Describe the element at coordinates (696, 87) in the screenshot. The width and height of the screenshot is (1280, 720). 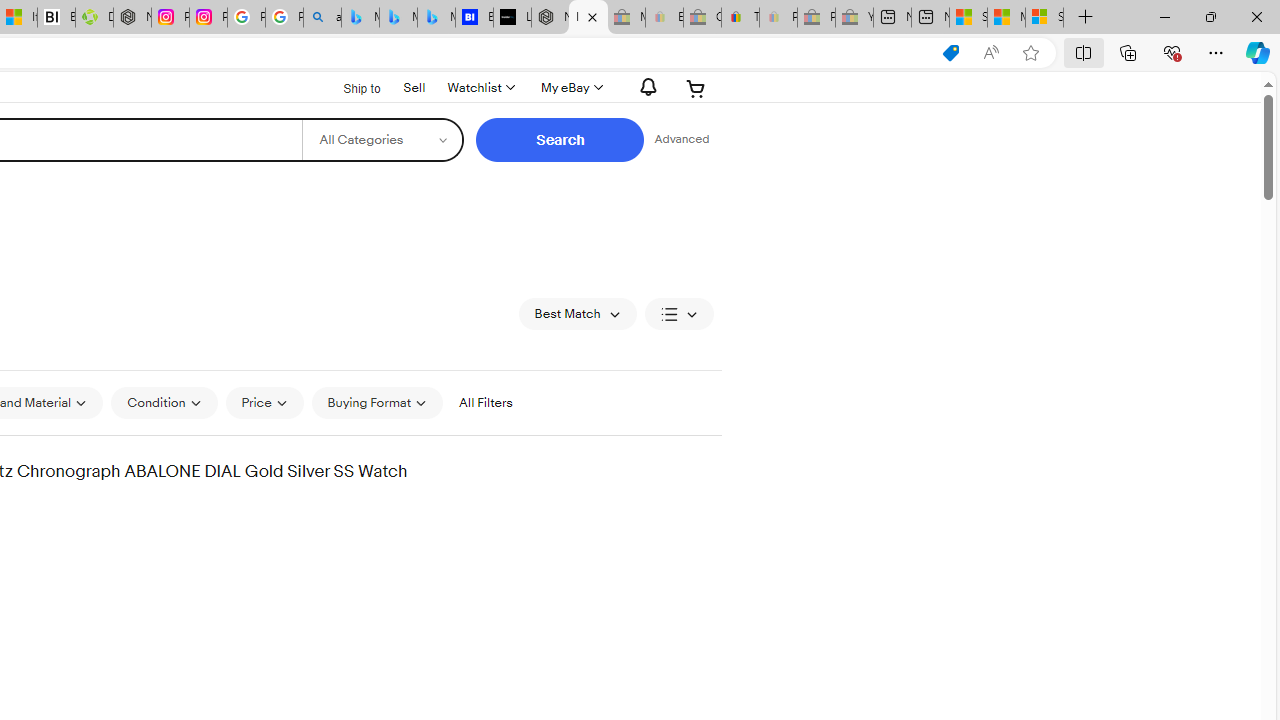
I see `'Expand Cart'` at that location.